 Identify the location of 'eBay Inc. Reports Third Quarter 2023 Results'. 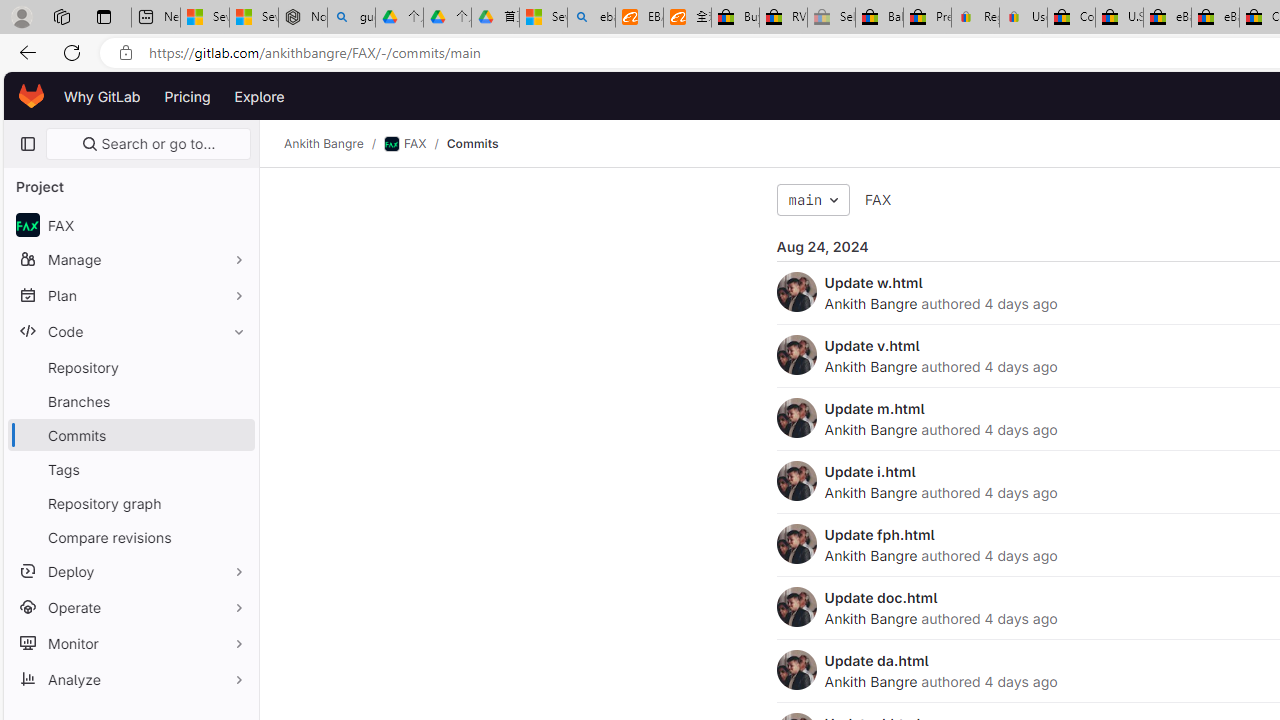
(1214, 17).